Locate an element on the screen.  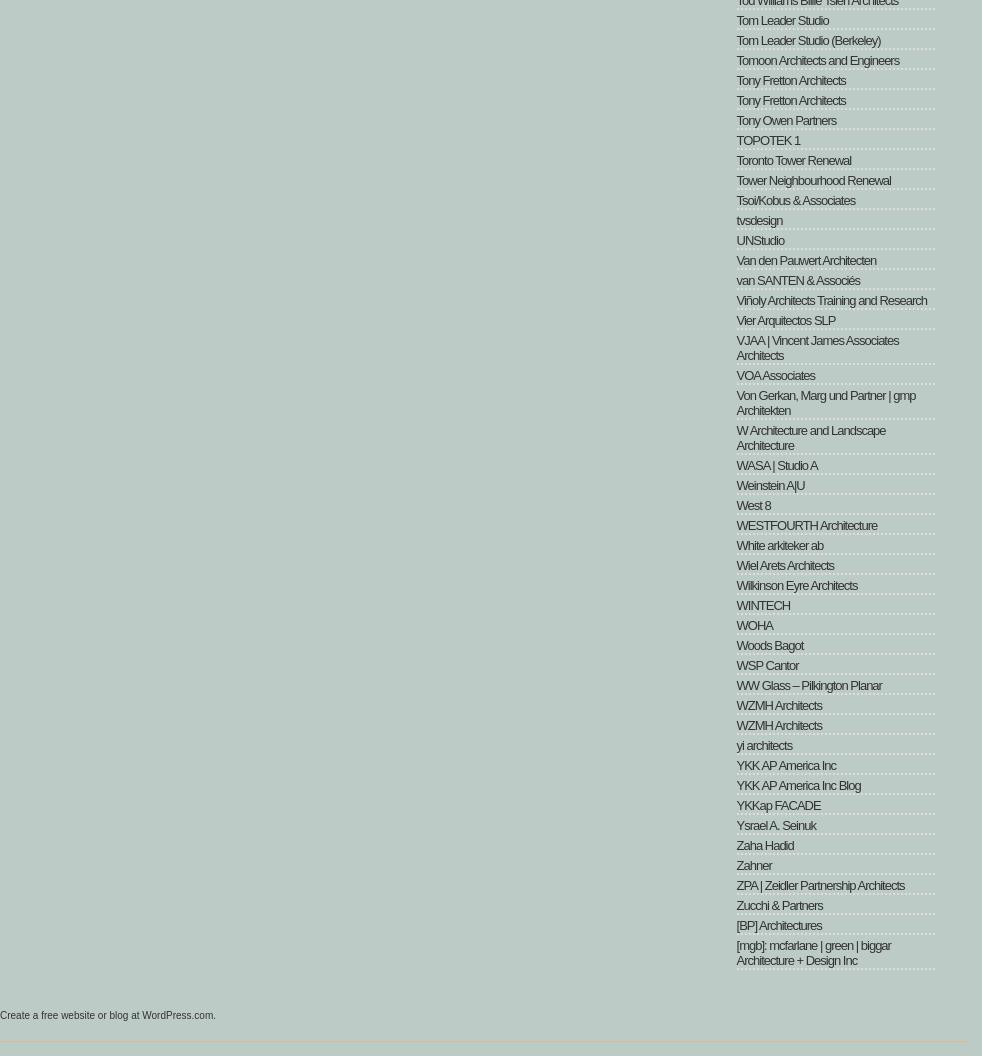
'WOHA' is located at coordinates (753, 624).